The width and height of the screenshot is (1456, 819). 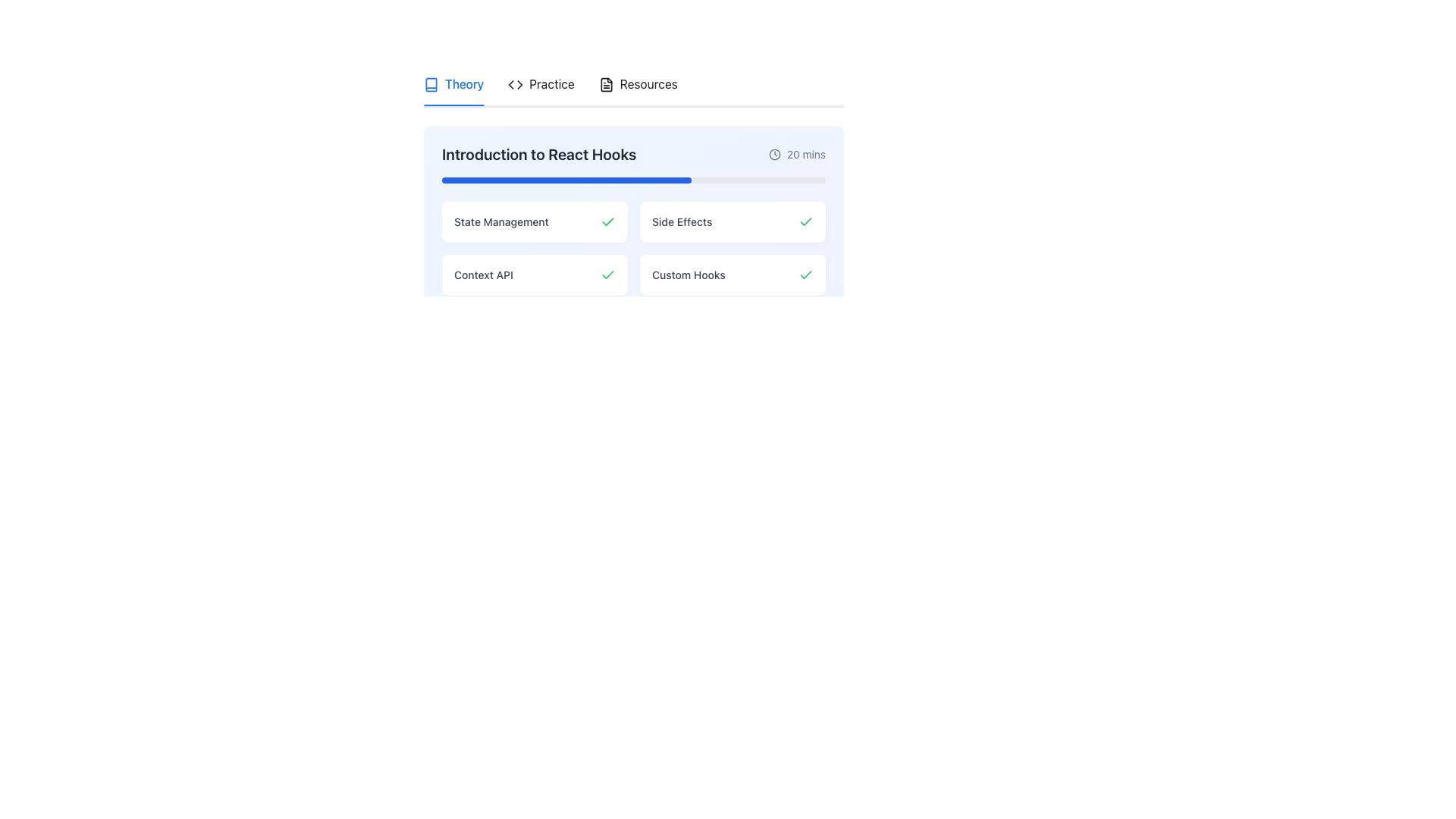 What do you see at coordinates (796, 155) in the screenshot?
I see `time information displayed next to the clock icon that shows '20 mins' in light gray color, located in the top-right of the block for 'Introduction to React Hooks'` at bounding box center [796, 155].